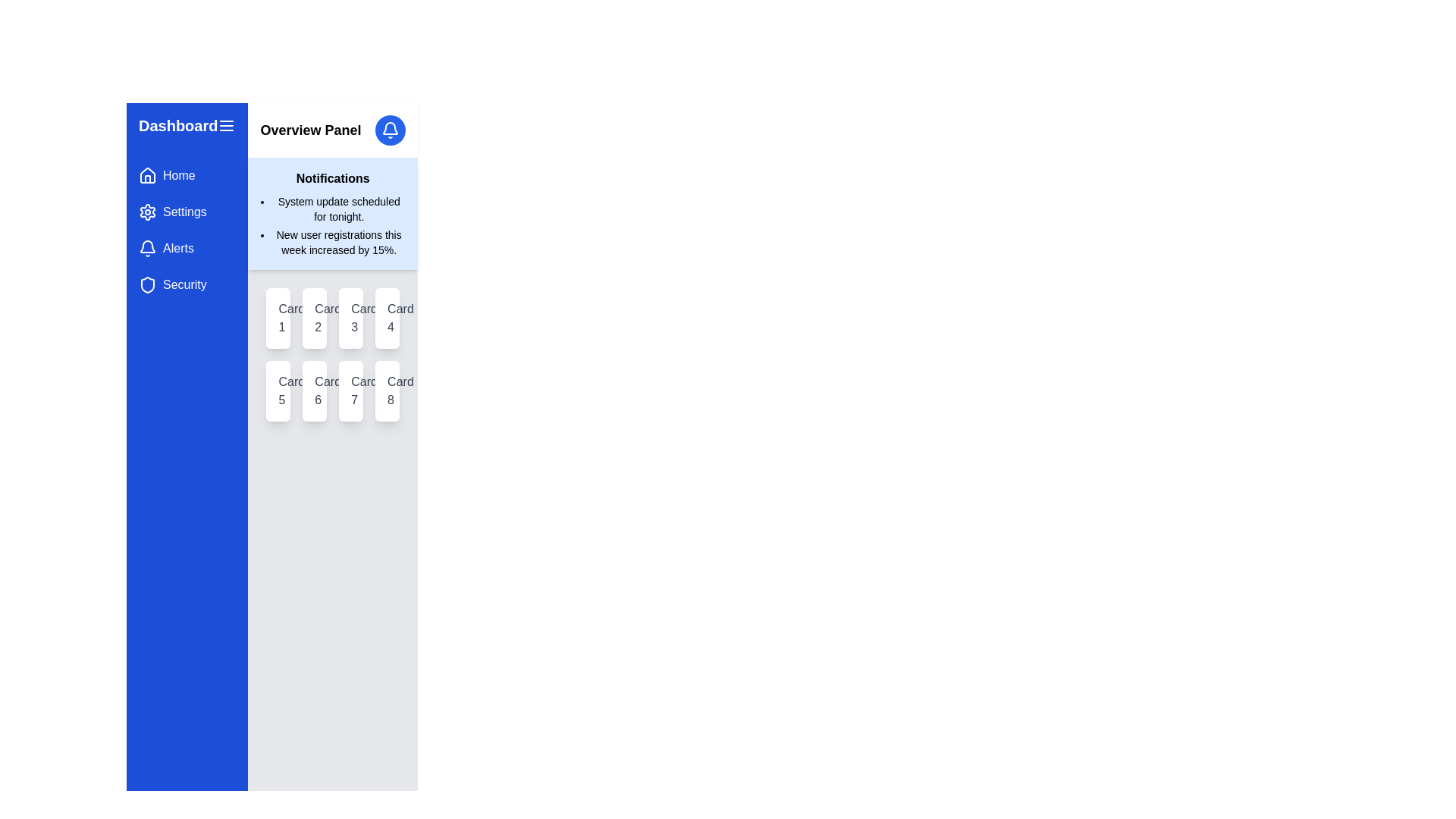 This screenshot has width=1456, height=819. I want to click on the 'Security' icon located in the side navigation menu of the dashboard interface, so click(148, 284).